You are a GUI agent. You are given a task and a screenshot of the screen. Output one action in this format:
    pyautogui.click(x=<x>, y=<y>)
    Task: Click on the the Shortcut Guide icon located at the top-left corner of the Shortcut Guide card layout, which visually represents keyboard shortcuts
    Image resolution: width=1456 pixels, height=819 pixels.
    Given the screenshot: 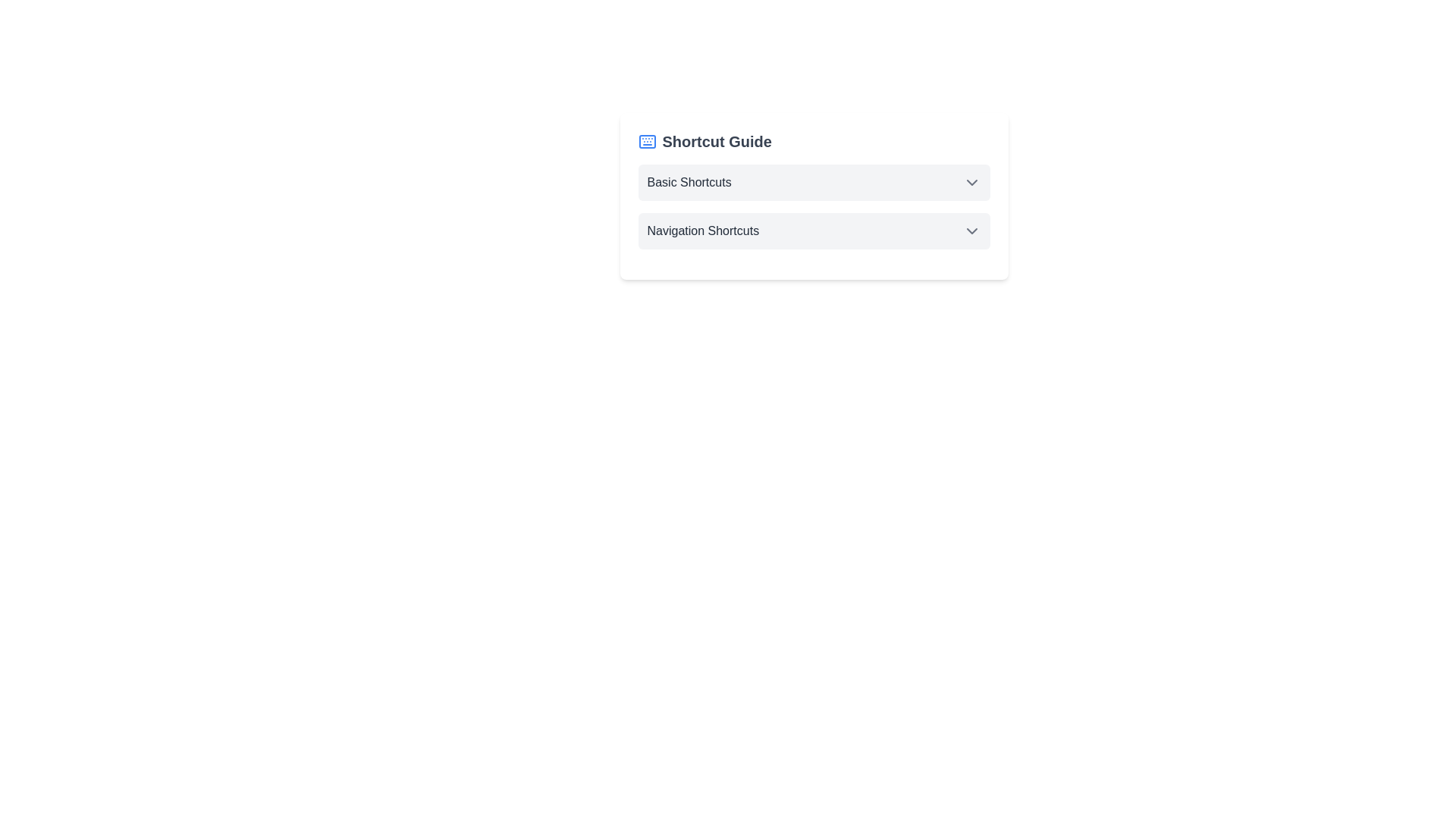 What is the action you would take?
    pyautogui.click(x=647, y=141)
    